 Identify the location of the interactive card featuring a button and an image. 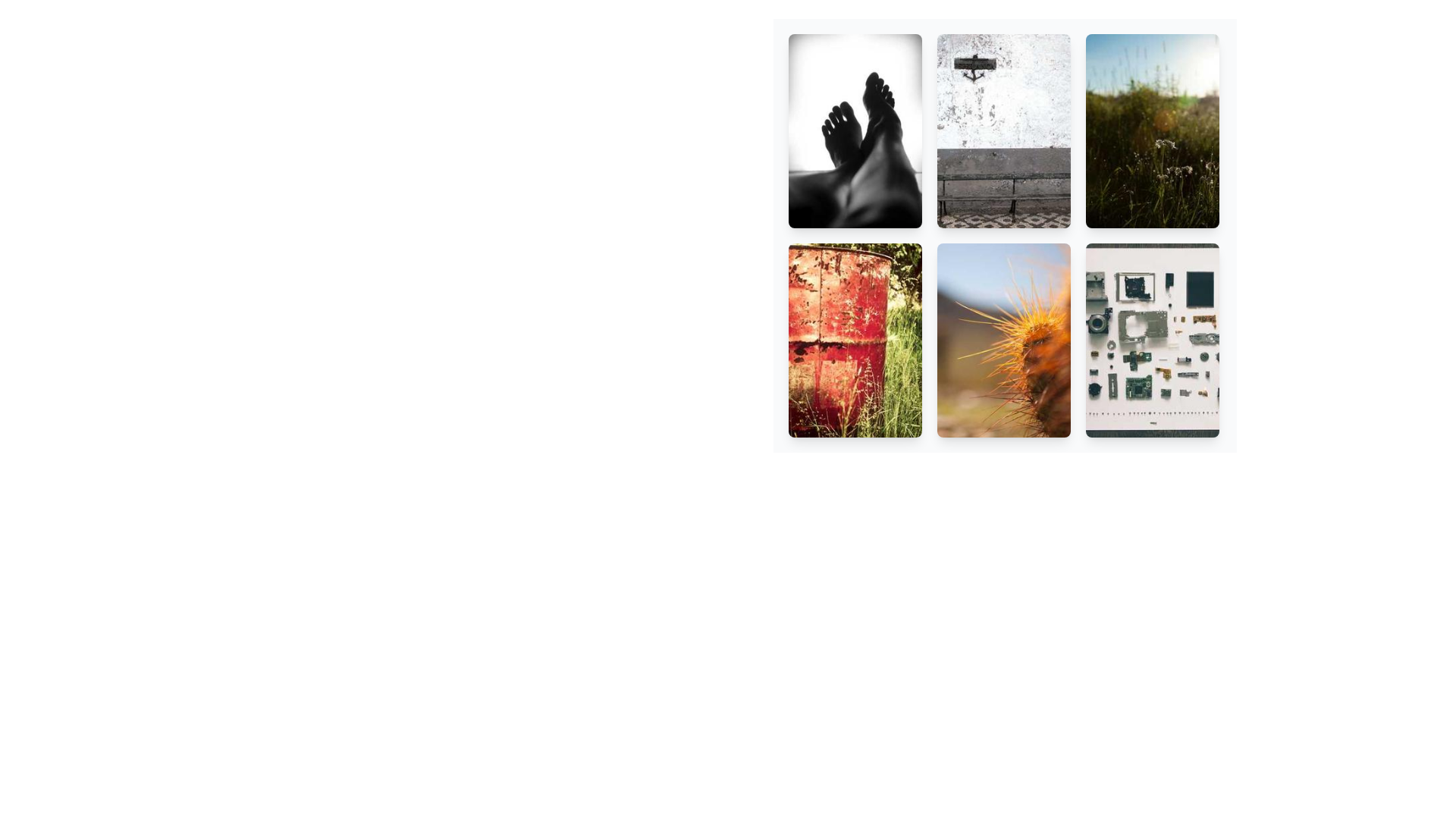
(1153, 130).